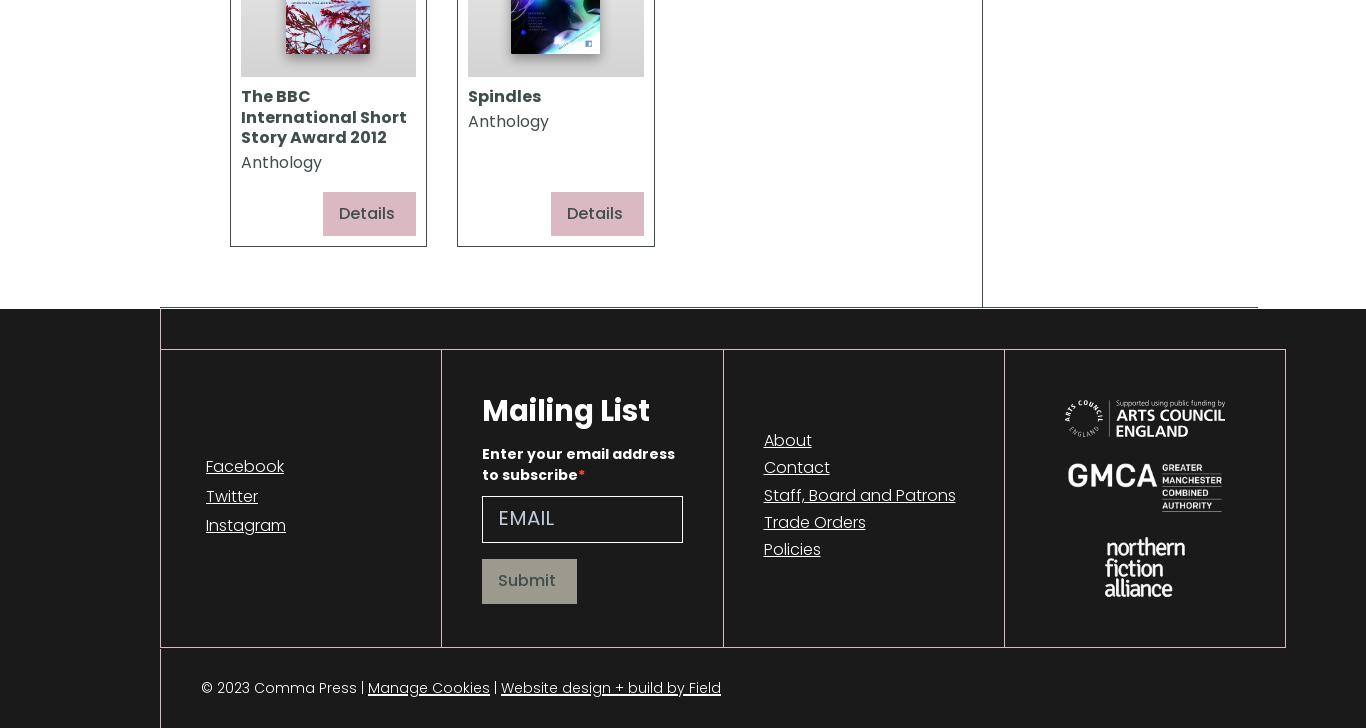 The height and width of the screenshot is (728, 1366). What do you see at coordinates (495, 687) in the screenshot?
I see `'|'` at bounding box center [495, 687].